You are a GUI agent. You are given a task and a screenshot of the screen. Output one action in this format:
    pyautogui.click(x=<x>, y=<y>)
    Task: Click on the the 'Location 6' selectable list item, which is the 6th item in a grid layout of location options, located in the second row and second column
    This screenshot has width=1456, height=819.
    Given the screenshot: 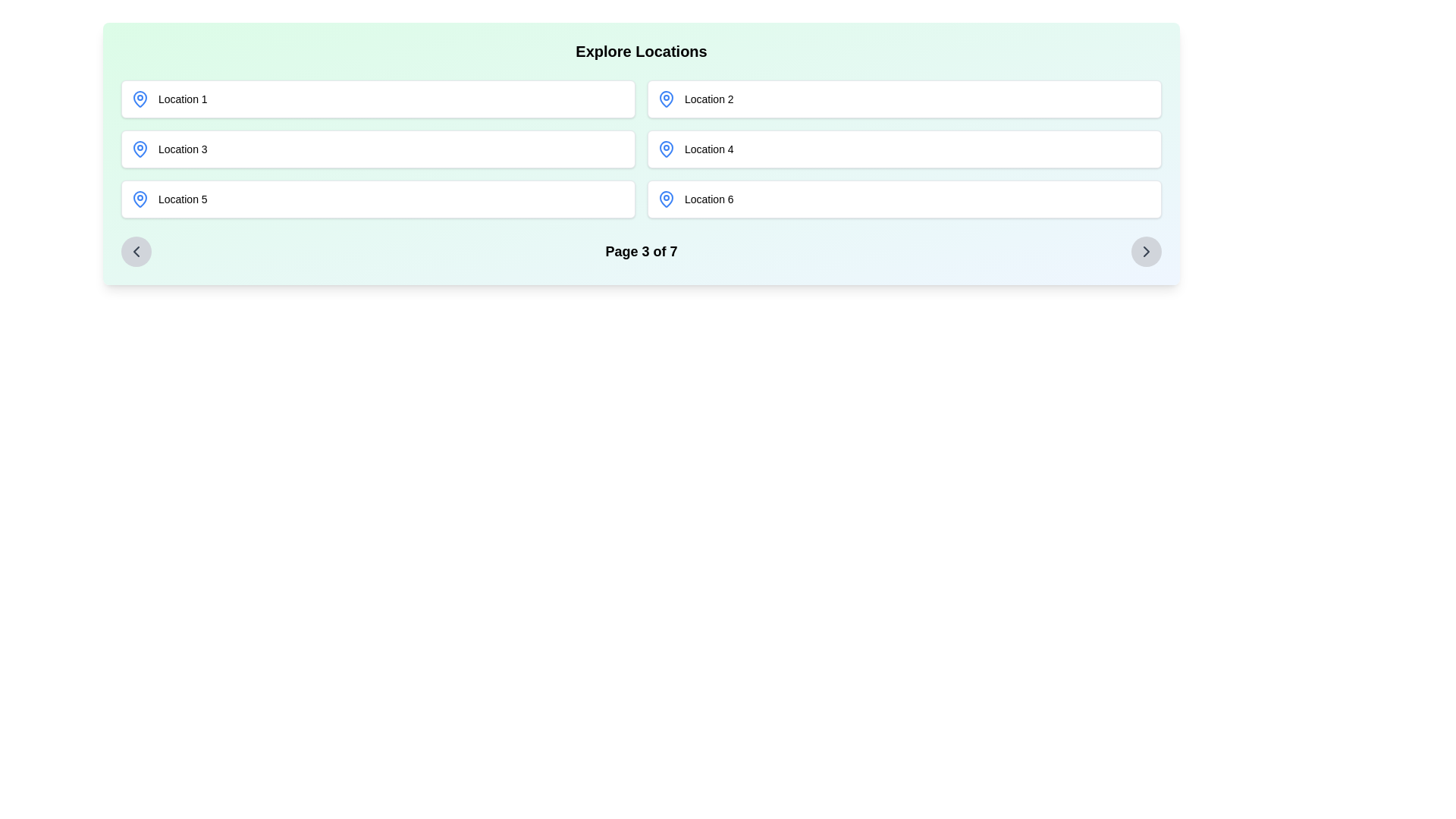 What is the action you would take?
    pyautogui.click(x=905, y=198)
    